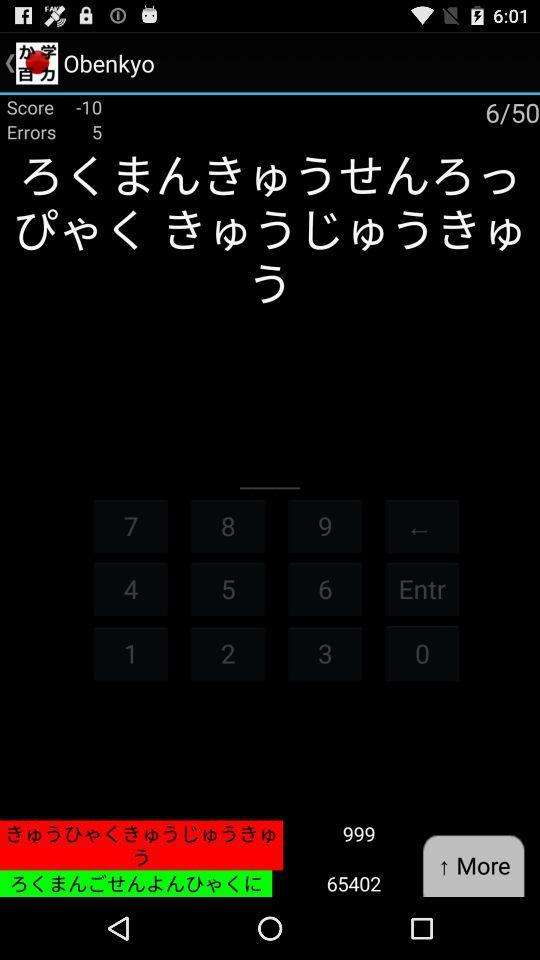  What do you see at coordinates (325, 652) in the screenshot?
I see `item below the 6` at bounding box center [325, 652].